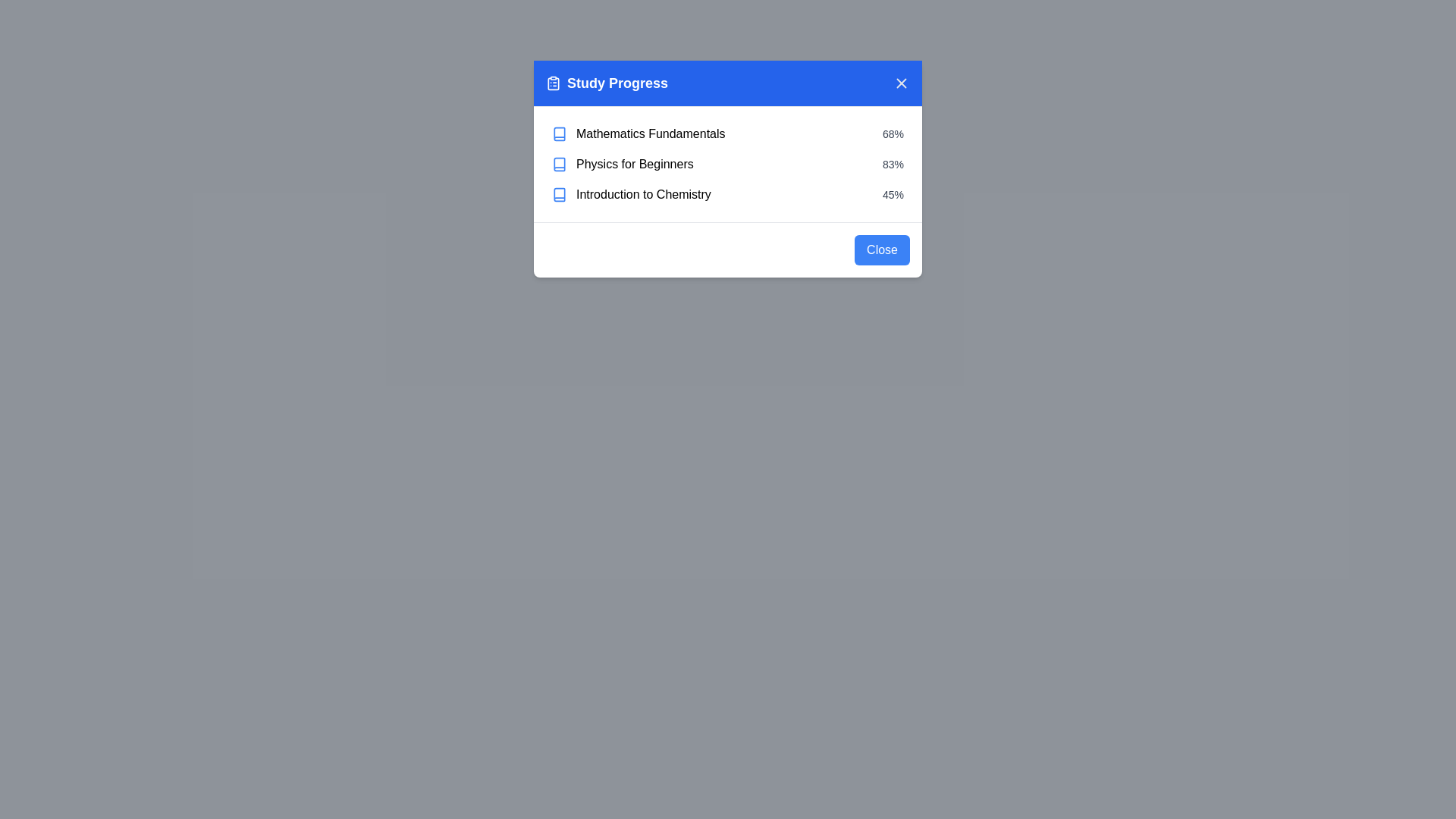  Describe the element at coordinates (559, 133) in the screenshot. I see `the leftmost icon associated with 'Mathematics Fundamentals' in the study progress panel` at that location.